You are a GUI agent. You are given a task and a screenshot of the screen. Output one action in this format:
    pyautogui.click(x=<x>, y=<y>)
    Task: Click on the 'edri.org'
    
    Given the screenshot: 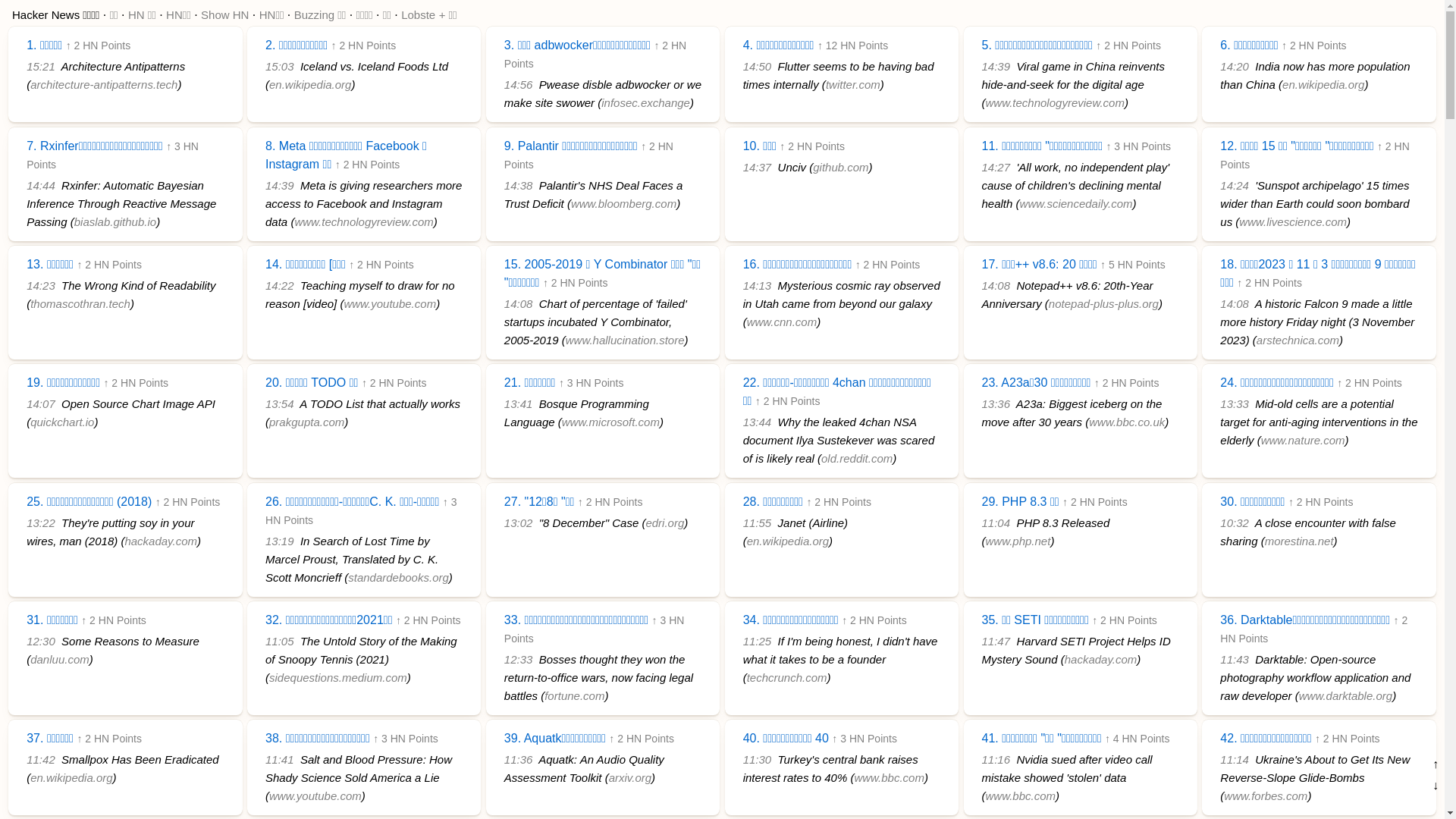 What is the action you would take?
    pyautogui.click(x=645, y=522)
    